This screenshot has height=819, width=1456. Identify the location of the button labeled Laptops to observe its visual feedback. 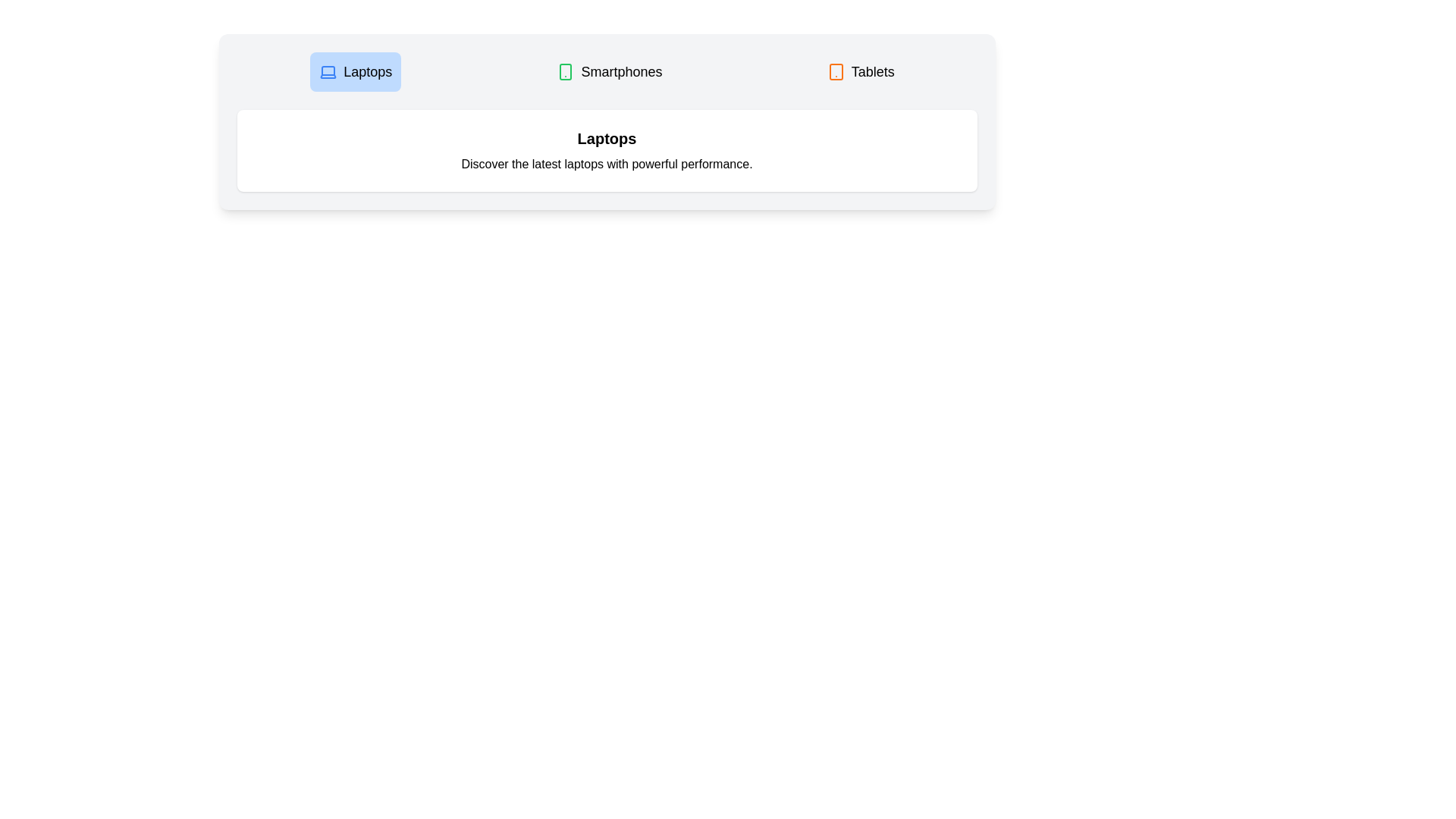
(355, 72).